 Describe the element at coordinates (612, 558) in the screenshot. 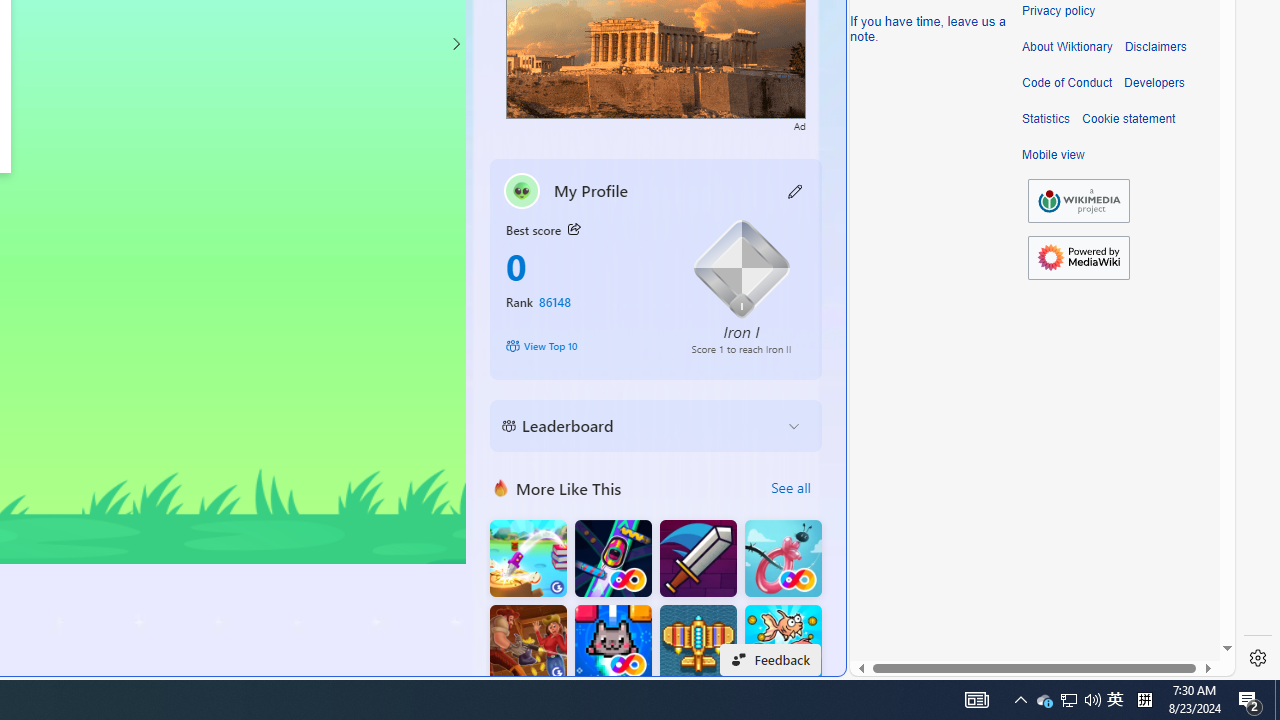

I see `'Bumper Car FRVR'` at that location.